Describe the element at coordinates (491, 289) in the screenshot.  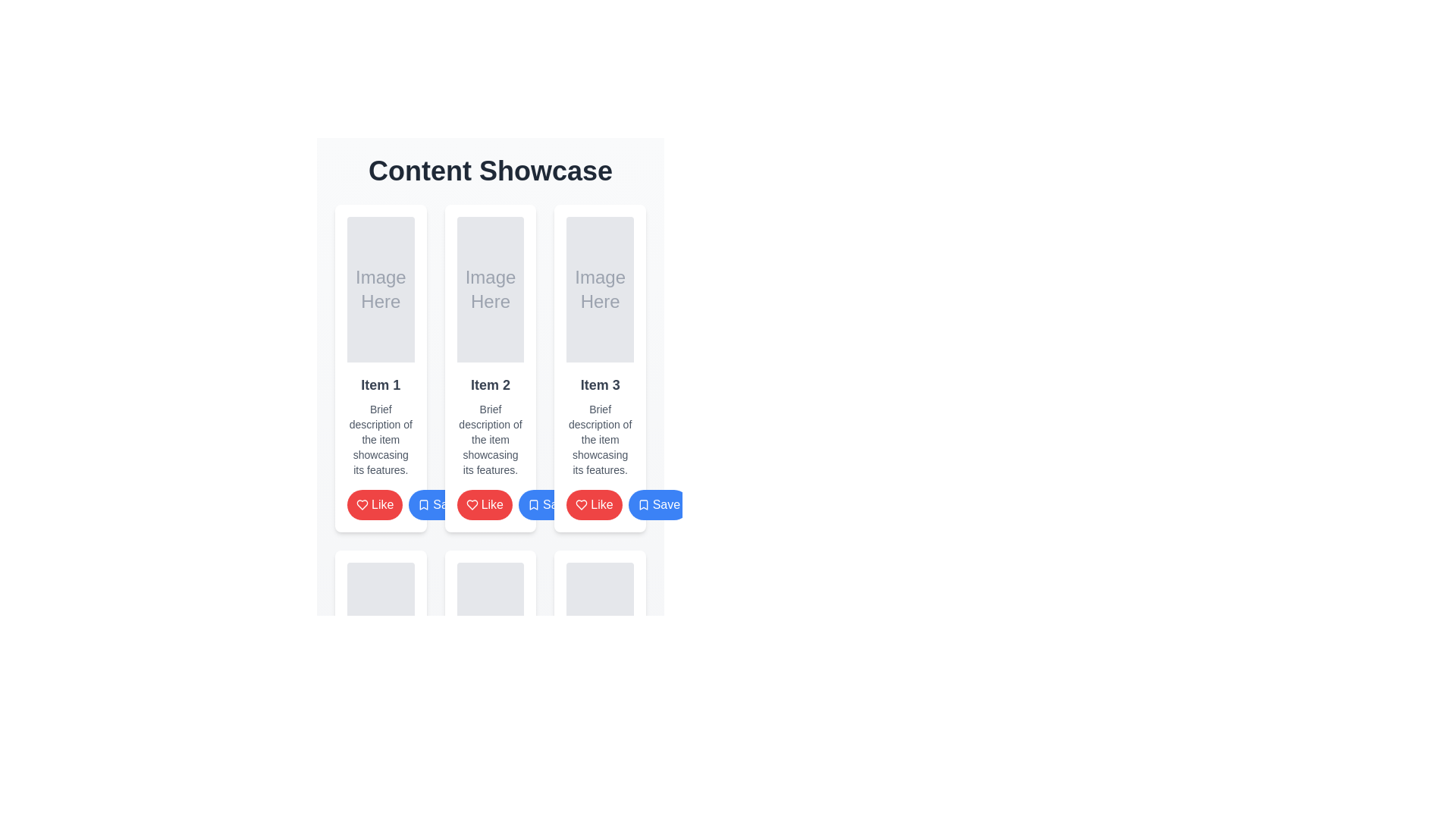
I see `the text label that reads 'Image Here', which is displayed in a larger font size and light gray color, positioned centrally in the second column under 'Item 2'` at that location.